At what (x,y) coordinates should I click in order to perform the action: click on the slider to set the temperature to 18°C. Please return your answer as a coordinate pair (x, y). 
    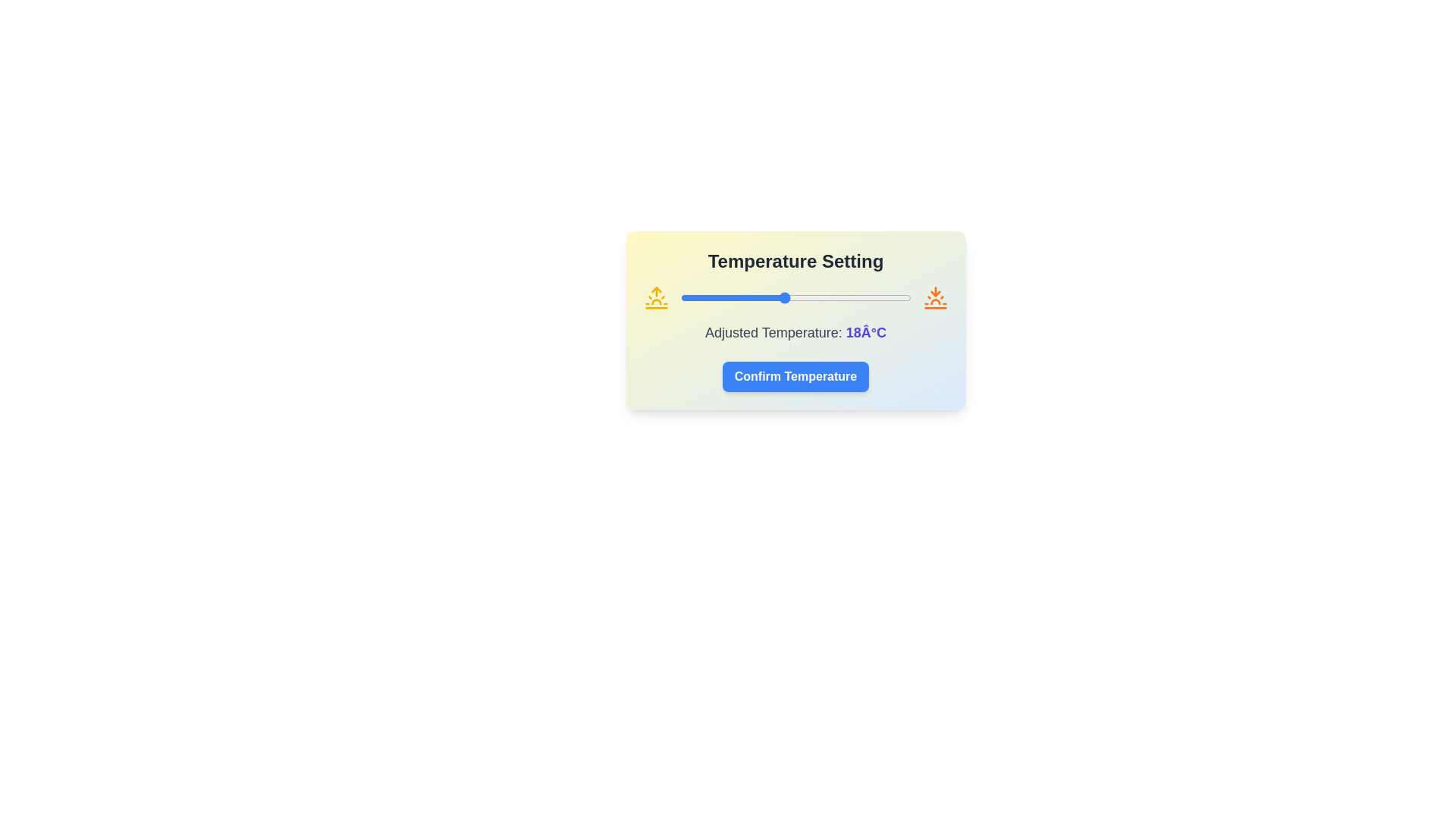
    Looking at the image, I should click on (784, 298).